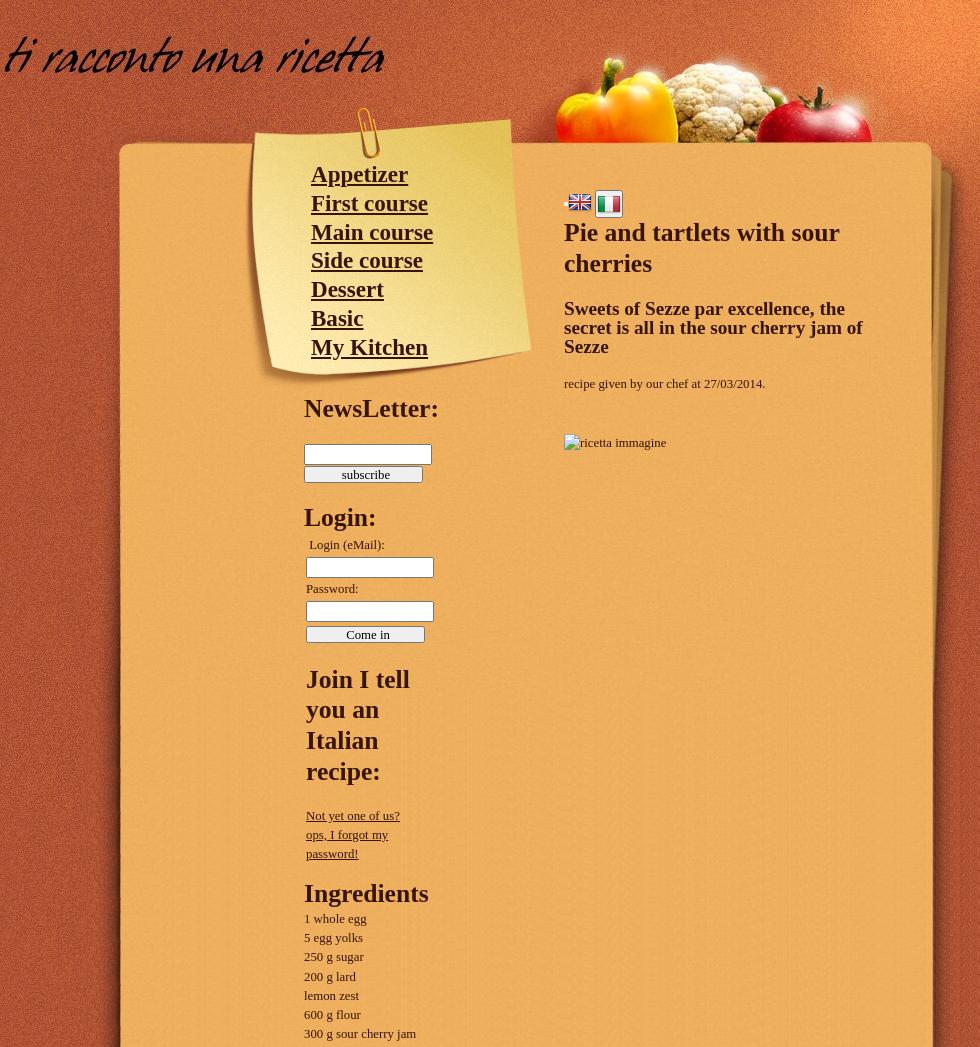  I want to click on '250 g sugar', so click(333, 955).